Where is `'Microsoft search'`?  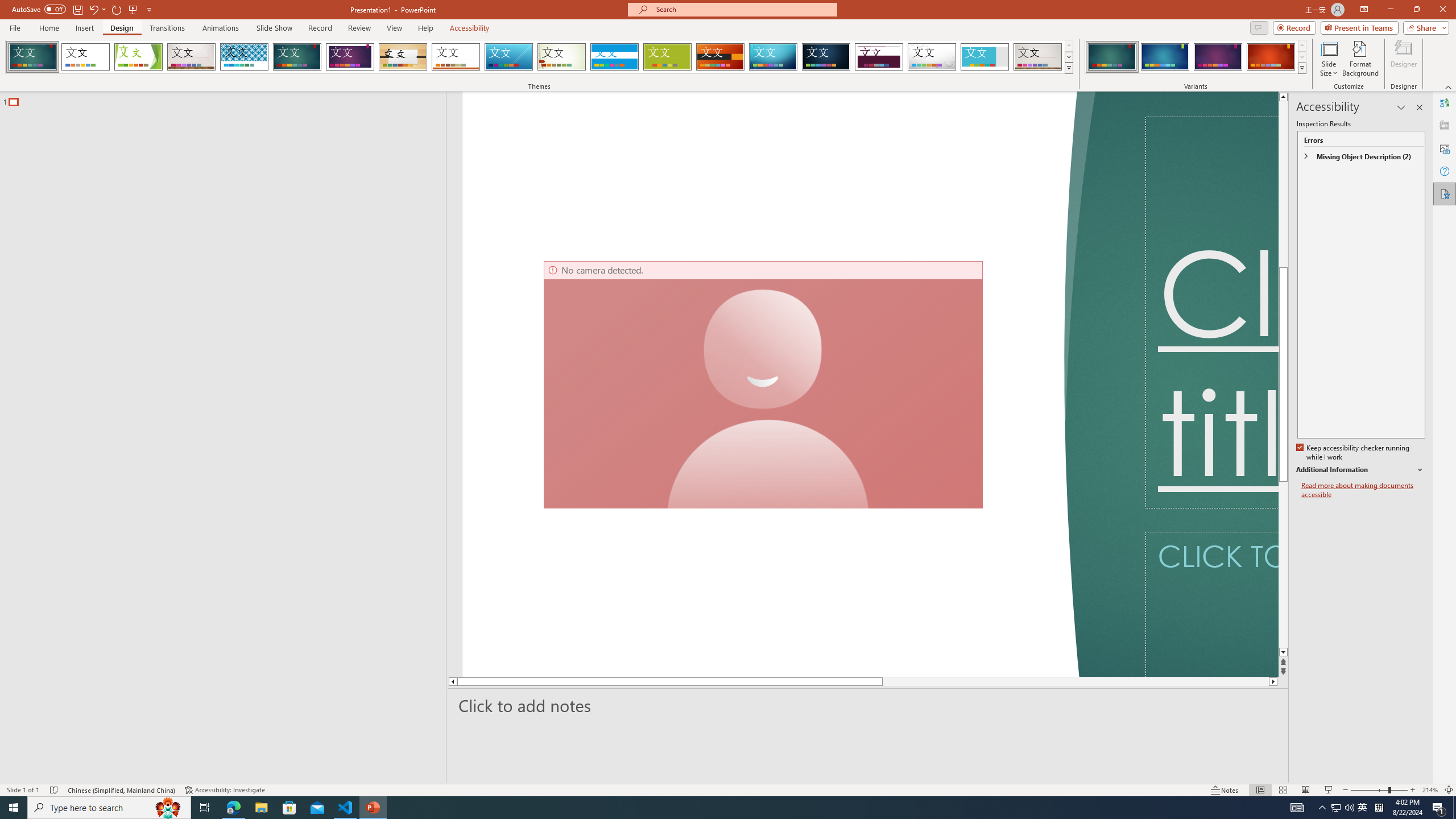
'Microsoft search' is located at coordinates (742, 9).